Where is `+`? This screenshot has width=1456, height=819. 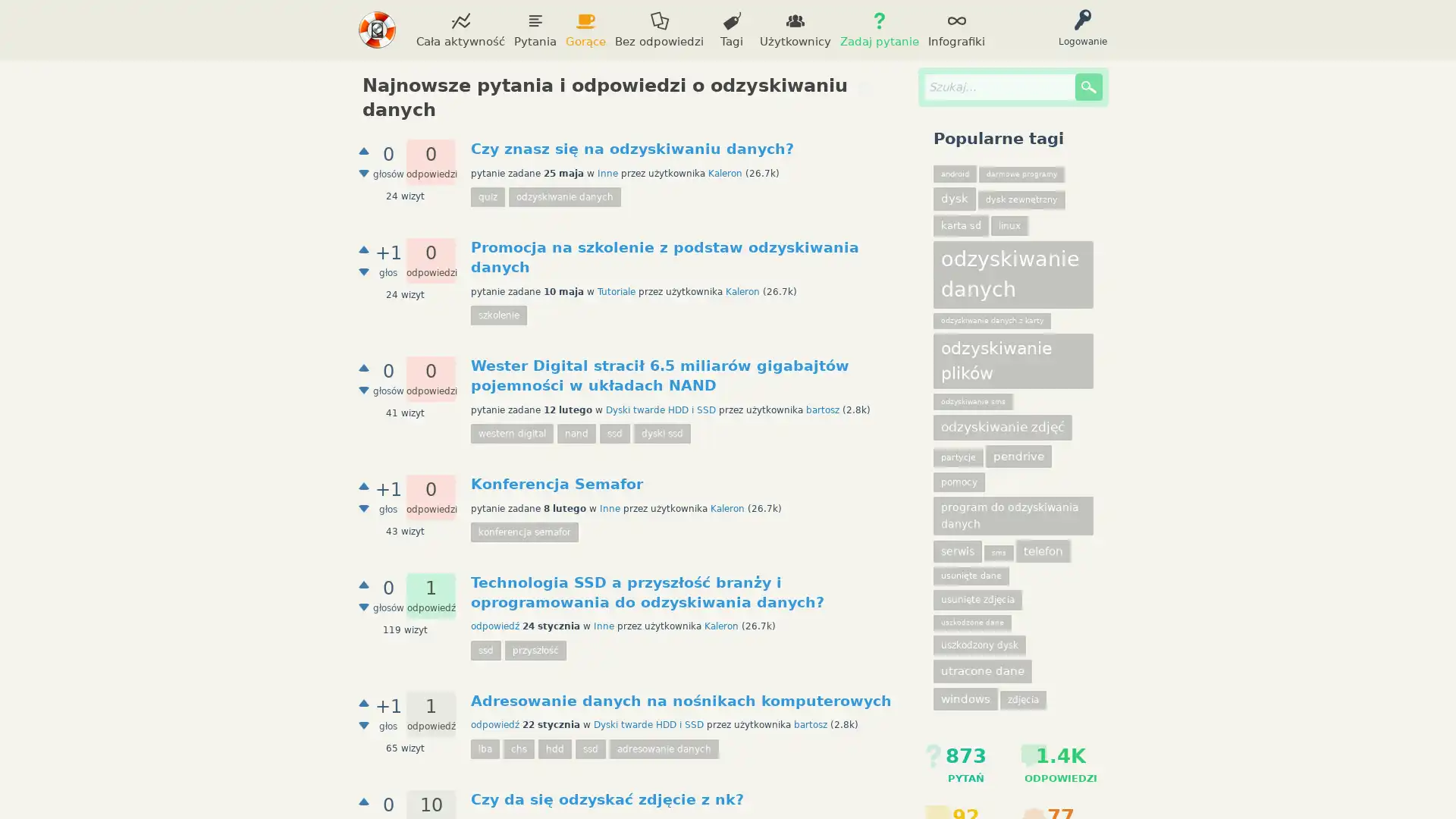
+ is located at coordinates (364, 701).